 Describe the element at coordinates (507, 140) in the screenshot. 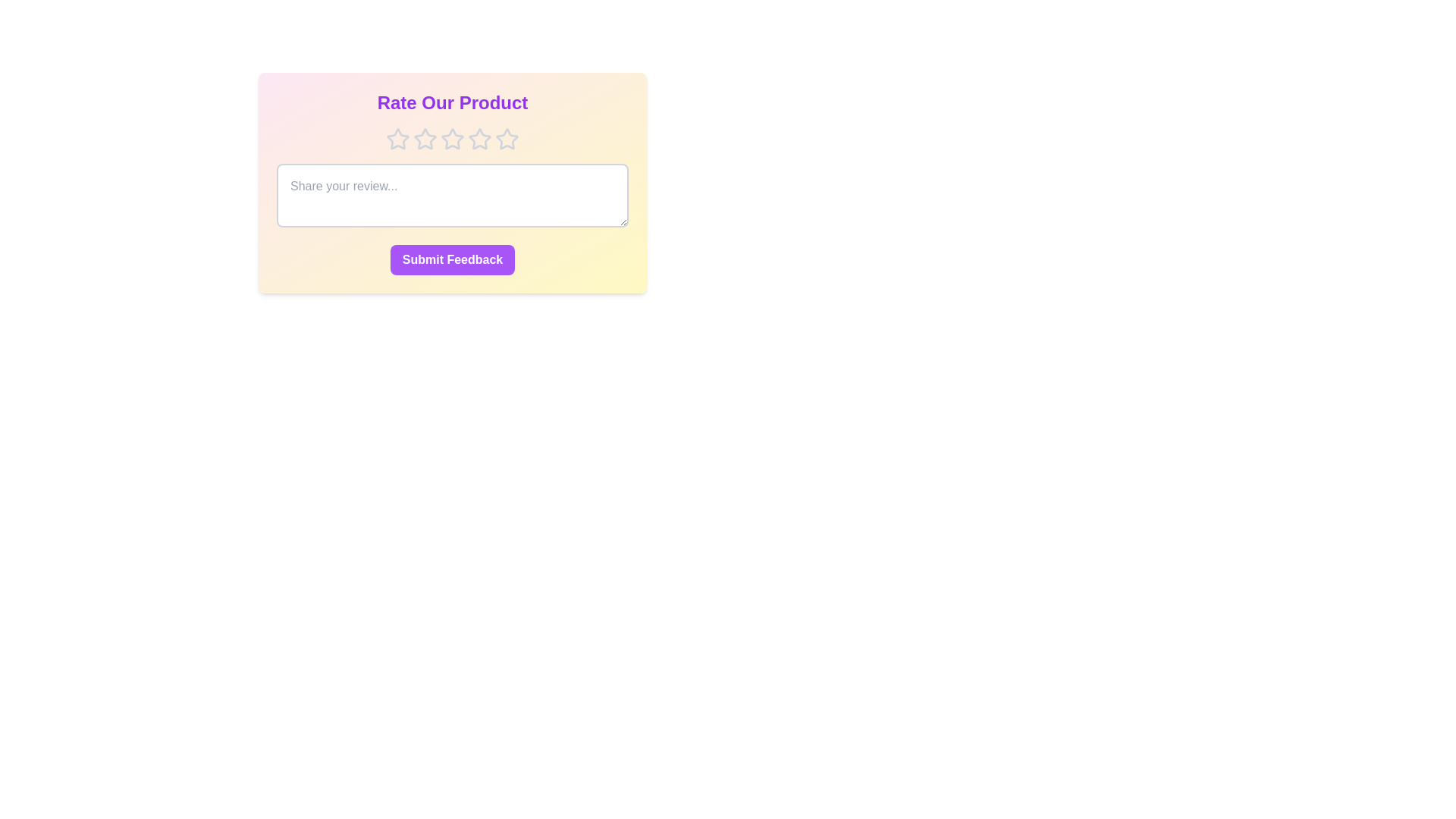

I see `the star corresponding to 5 to preview the selection effect` at that location.